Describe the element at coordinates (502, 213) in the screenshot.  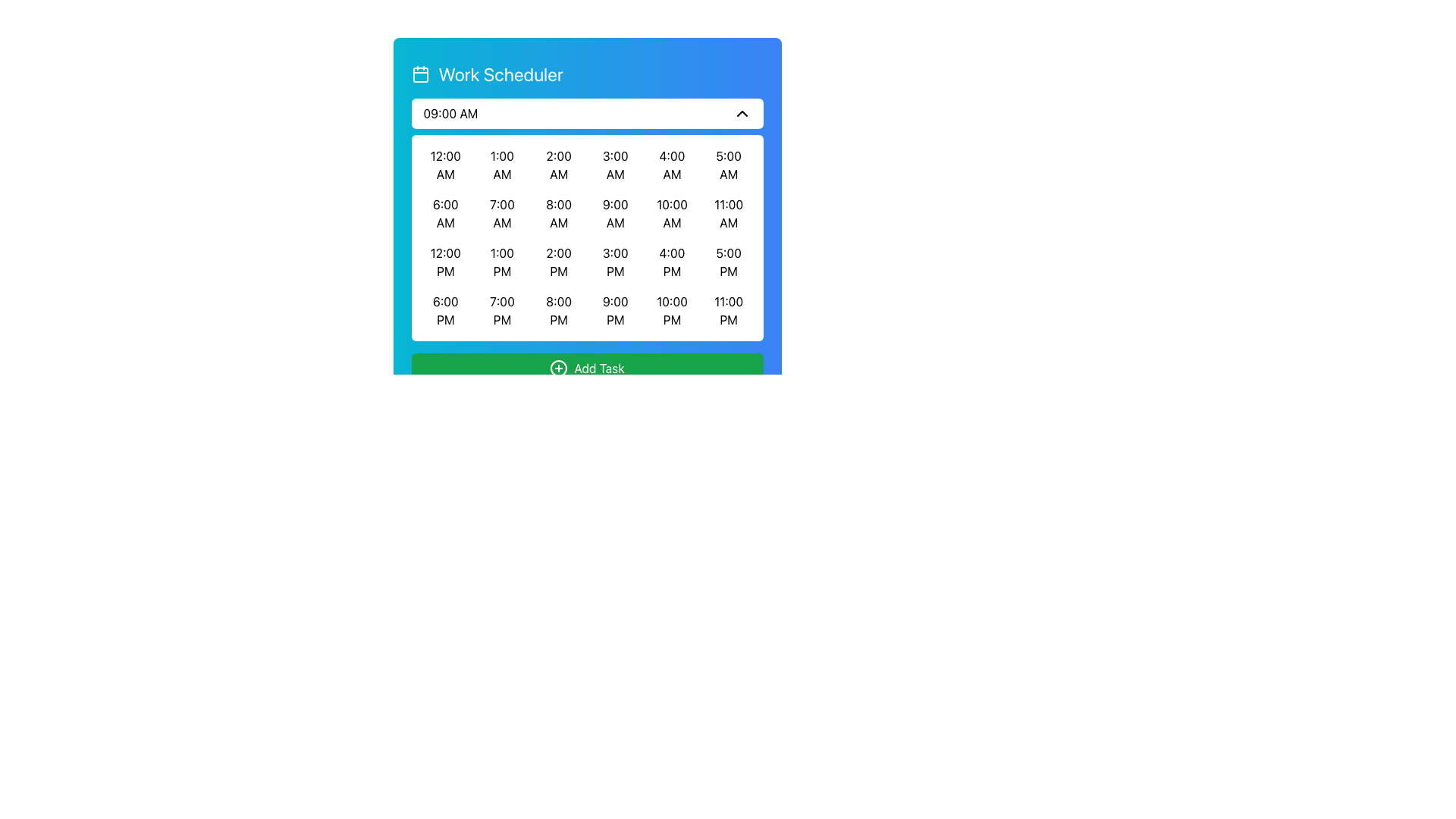
I see `the '7:00 AM' button in the time picker interface` at that location.